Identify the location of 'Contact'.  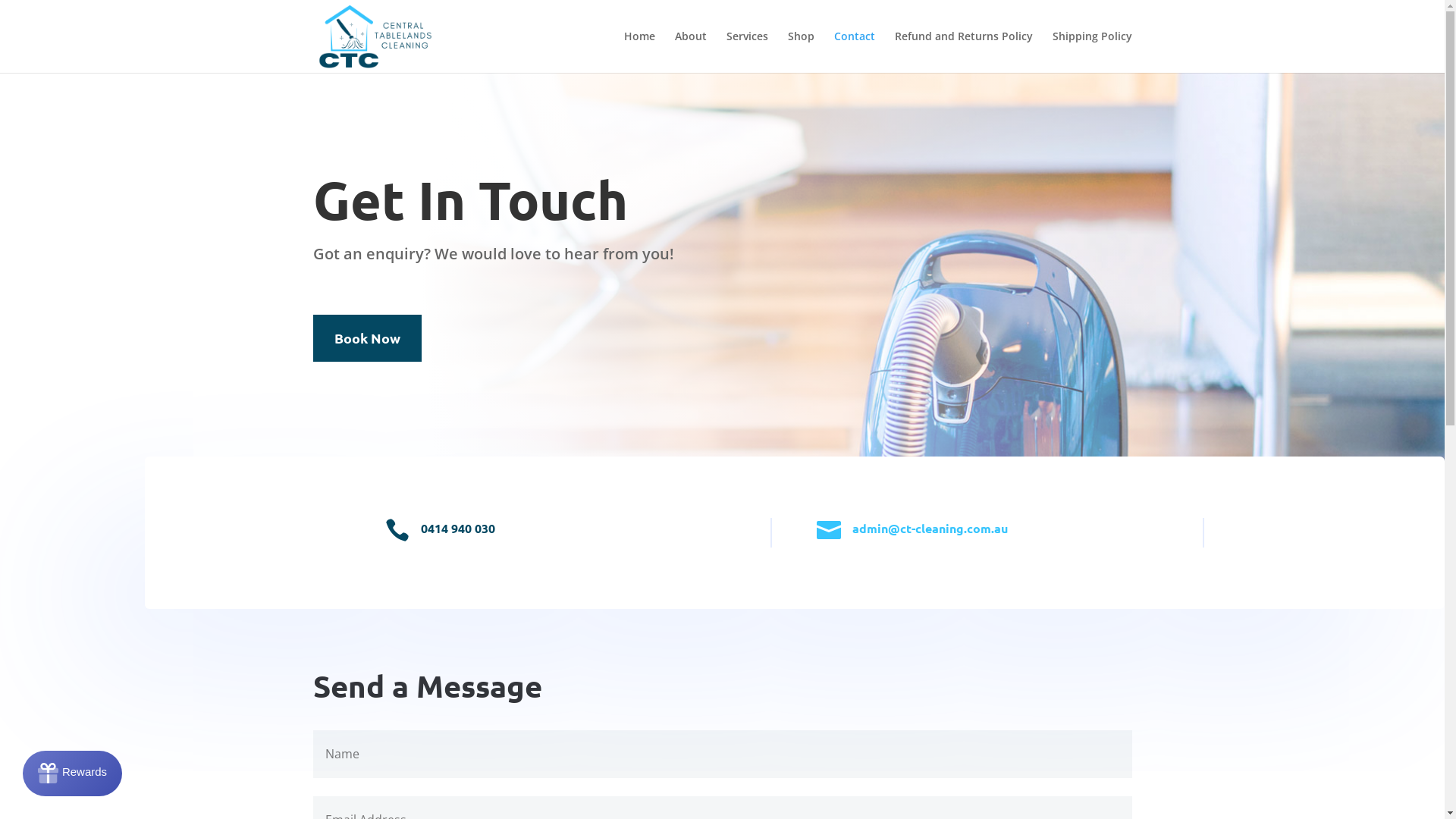
(833, 51).